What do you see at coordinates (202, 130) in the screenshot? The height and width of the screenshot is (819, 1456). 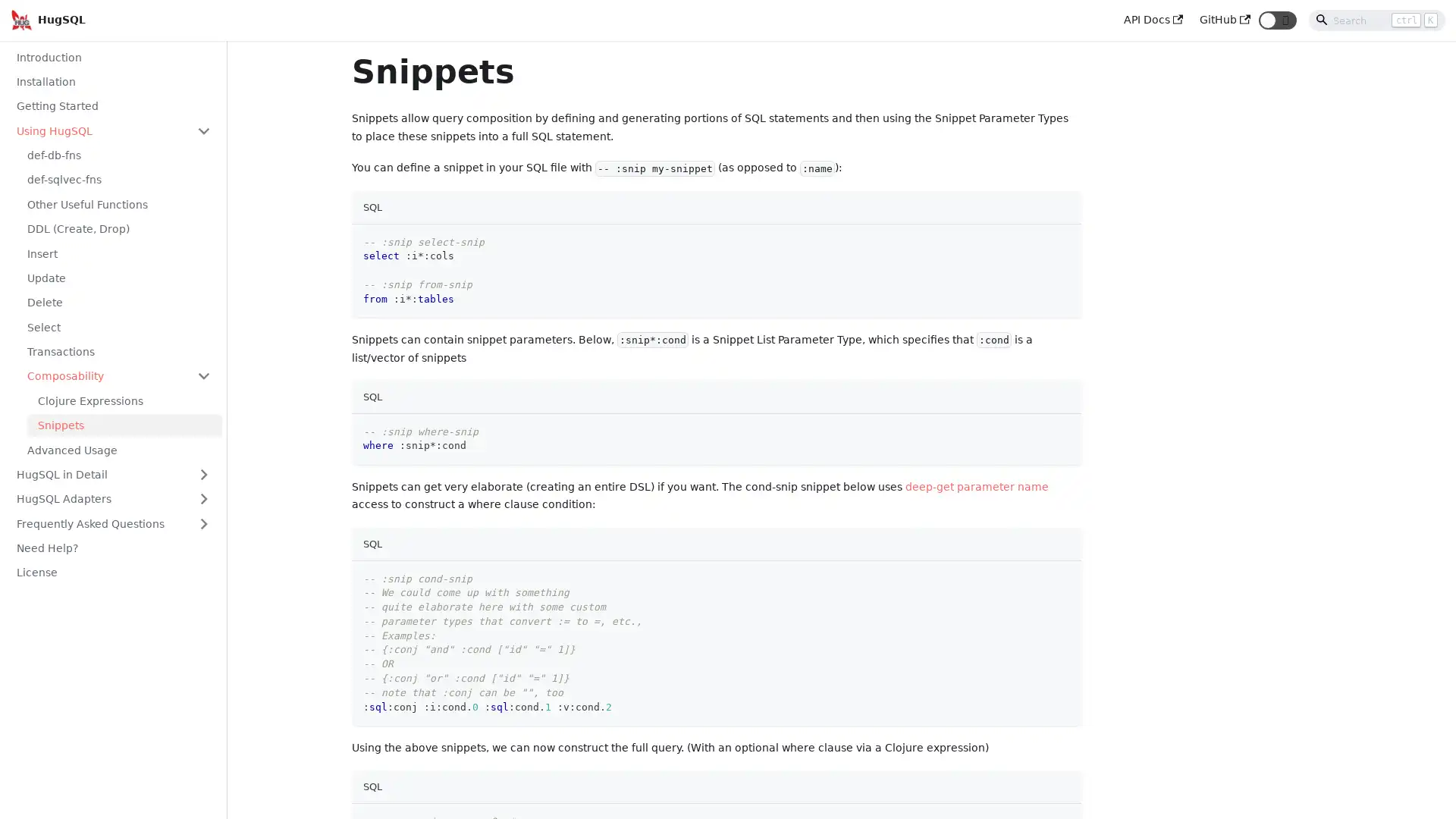 I see `Toggle the collapsible sidebar category 'Using HugSQL'` at bounding box center [202, 130].